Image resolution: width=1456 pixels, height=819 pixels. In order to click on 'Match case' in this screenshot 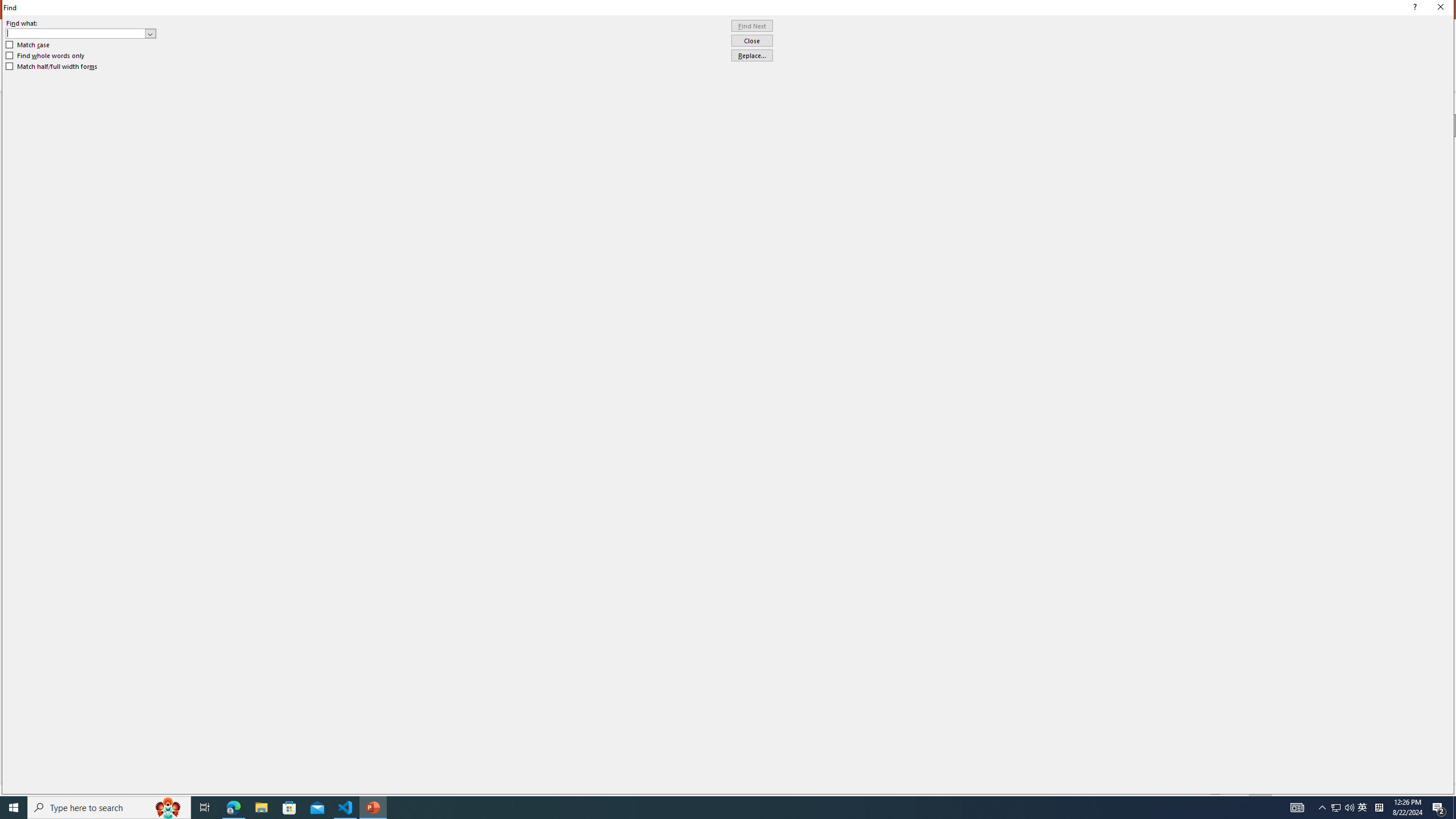, I will do `click(27, 44)`.